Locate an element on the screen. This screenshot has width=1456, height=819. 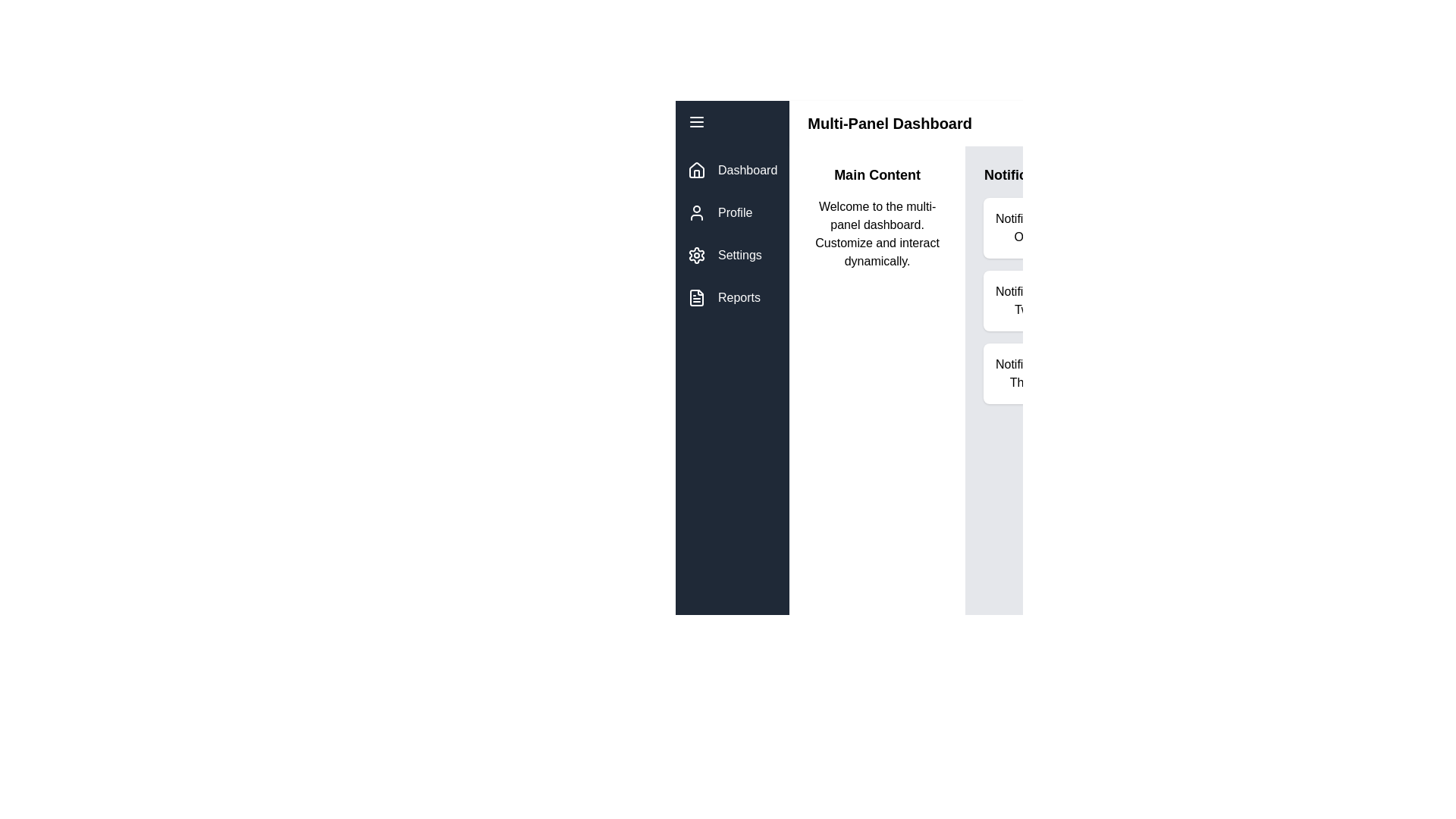
the text label displaying 'Reports' in white, located in the dark blue sidebar, which is aligned with an icon as the last entry in the vertical navigation bar is located at coordinates (739, 298).